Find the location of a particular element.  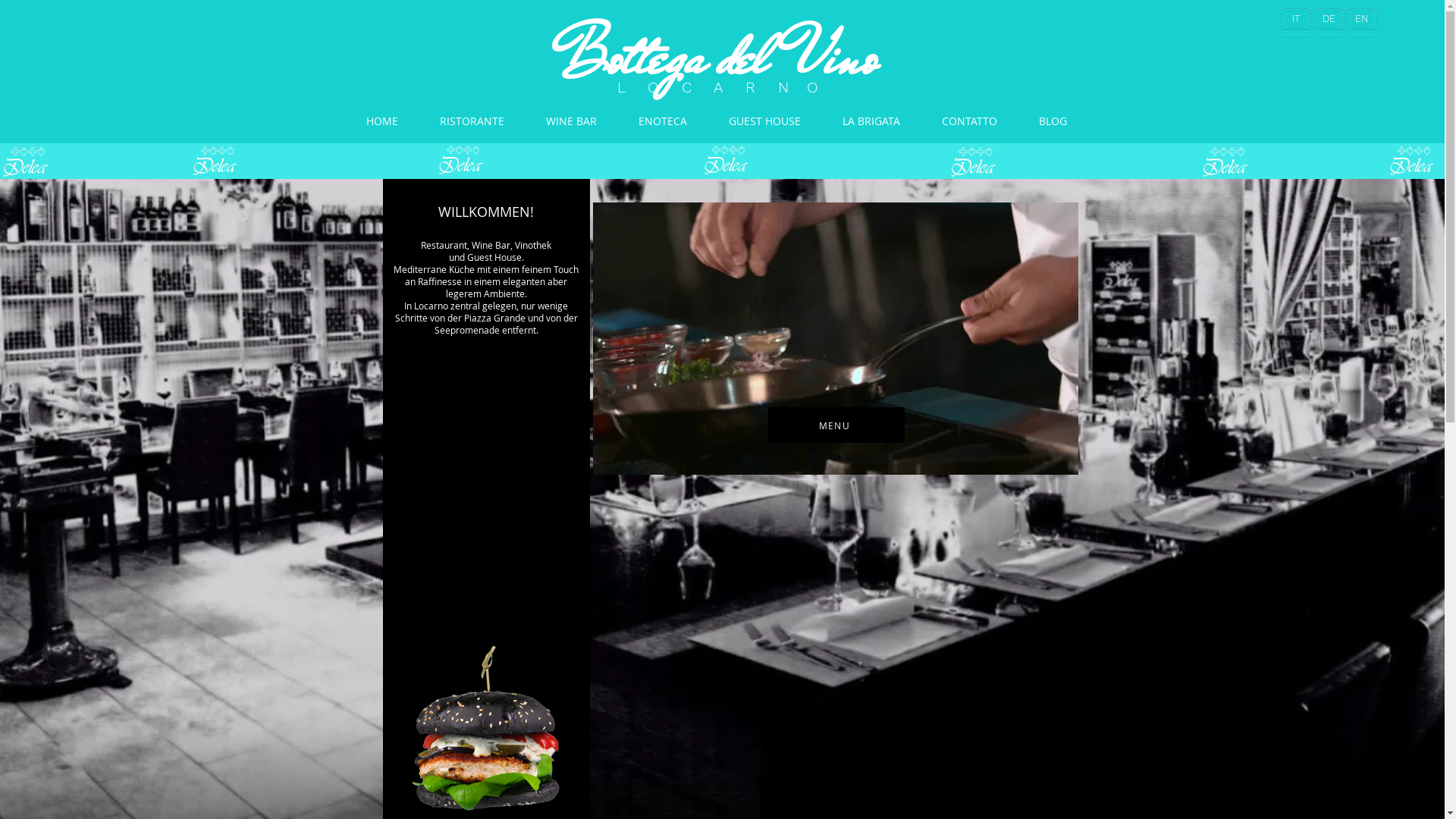

'GUEST HOUSE' is located at coordinates (708, 120).